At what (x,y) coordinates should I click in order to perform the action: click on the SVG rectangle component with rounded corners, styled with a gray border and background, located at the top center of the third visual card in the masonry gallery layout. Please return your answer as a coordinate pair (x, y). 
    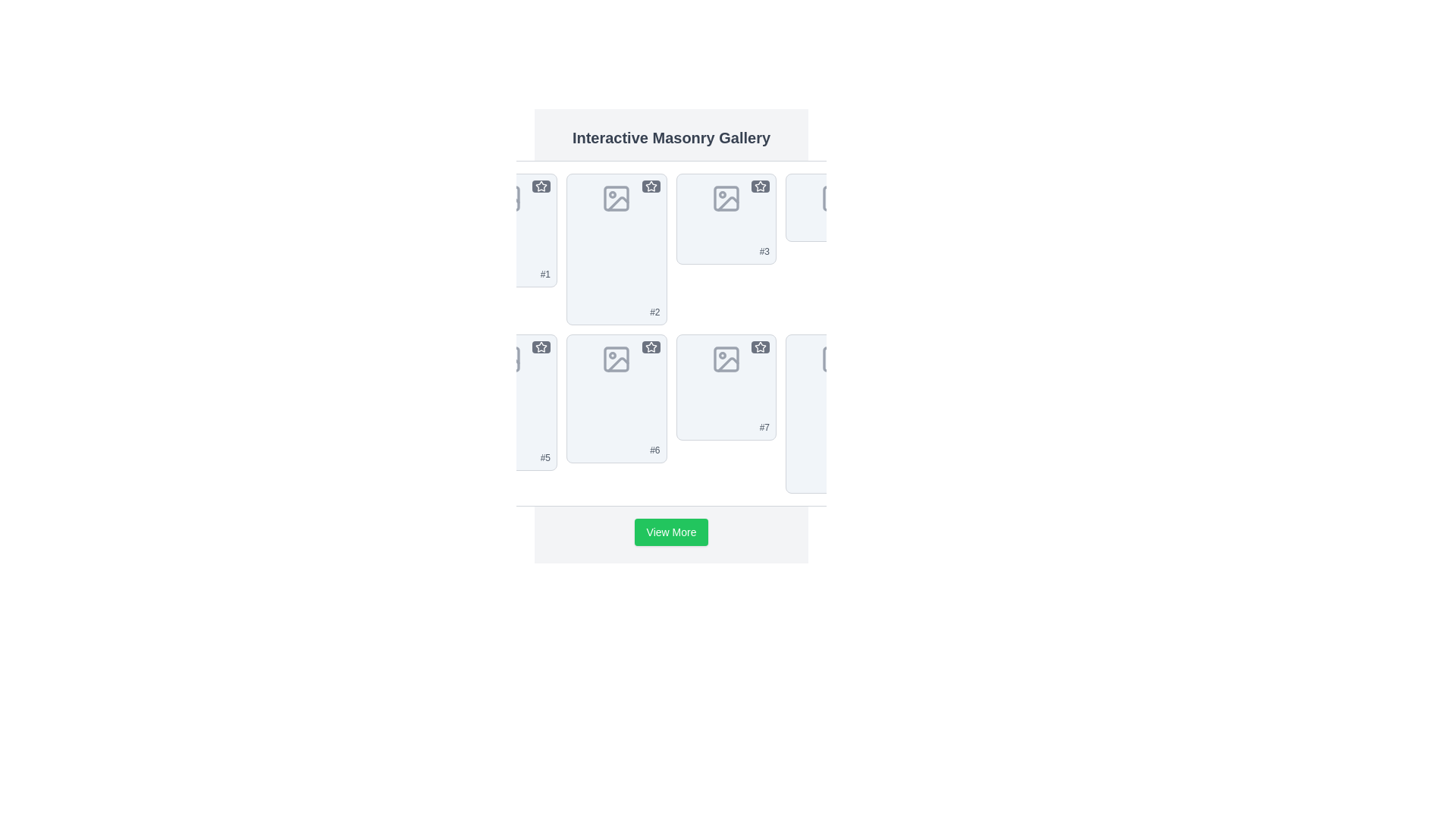
    Looking at the image, I should click on (725, 198).